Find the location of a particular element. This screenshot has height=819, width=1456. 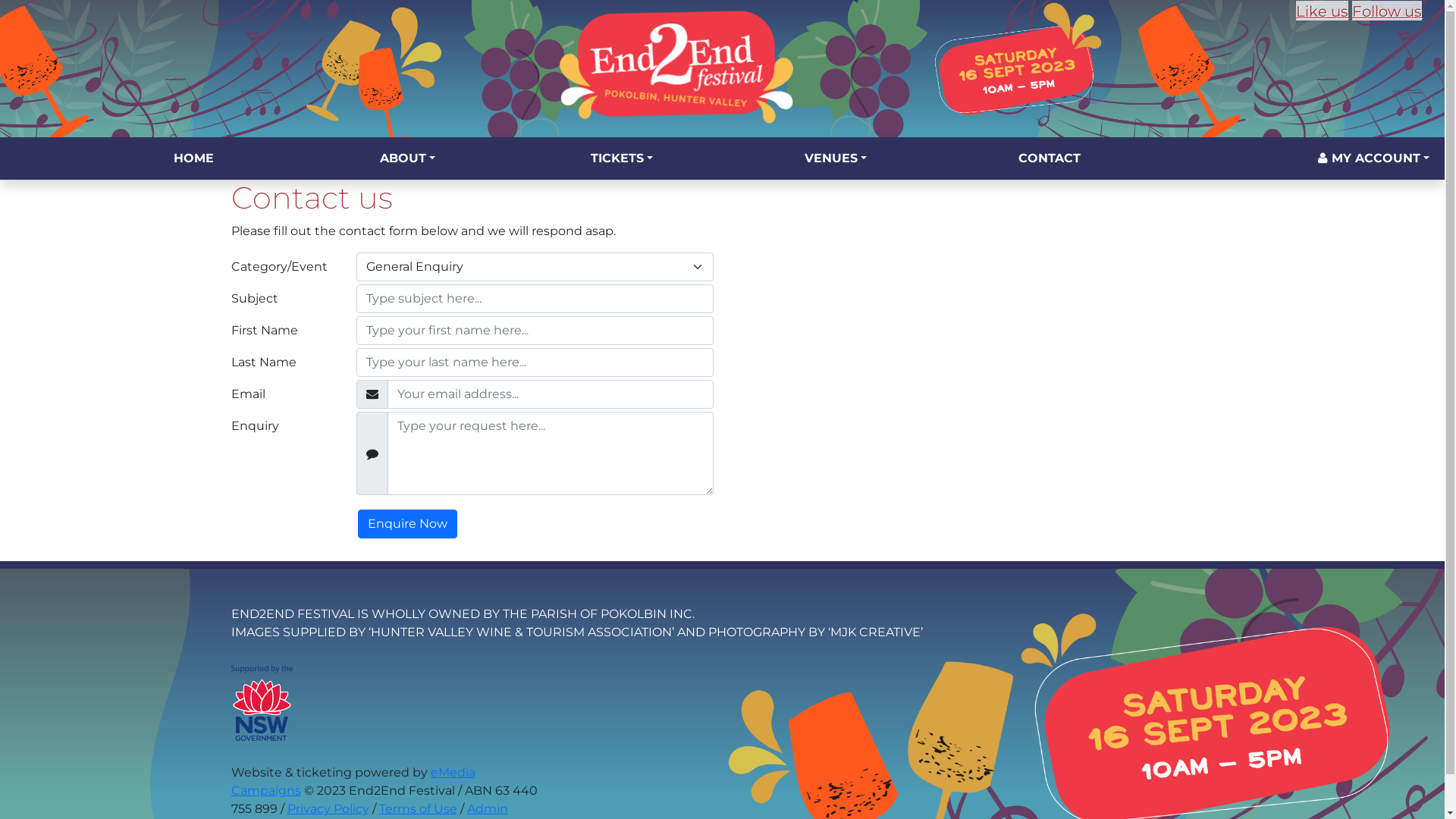

'TICKETS' is located at coordinates (622, 158).